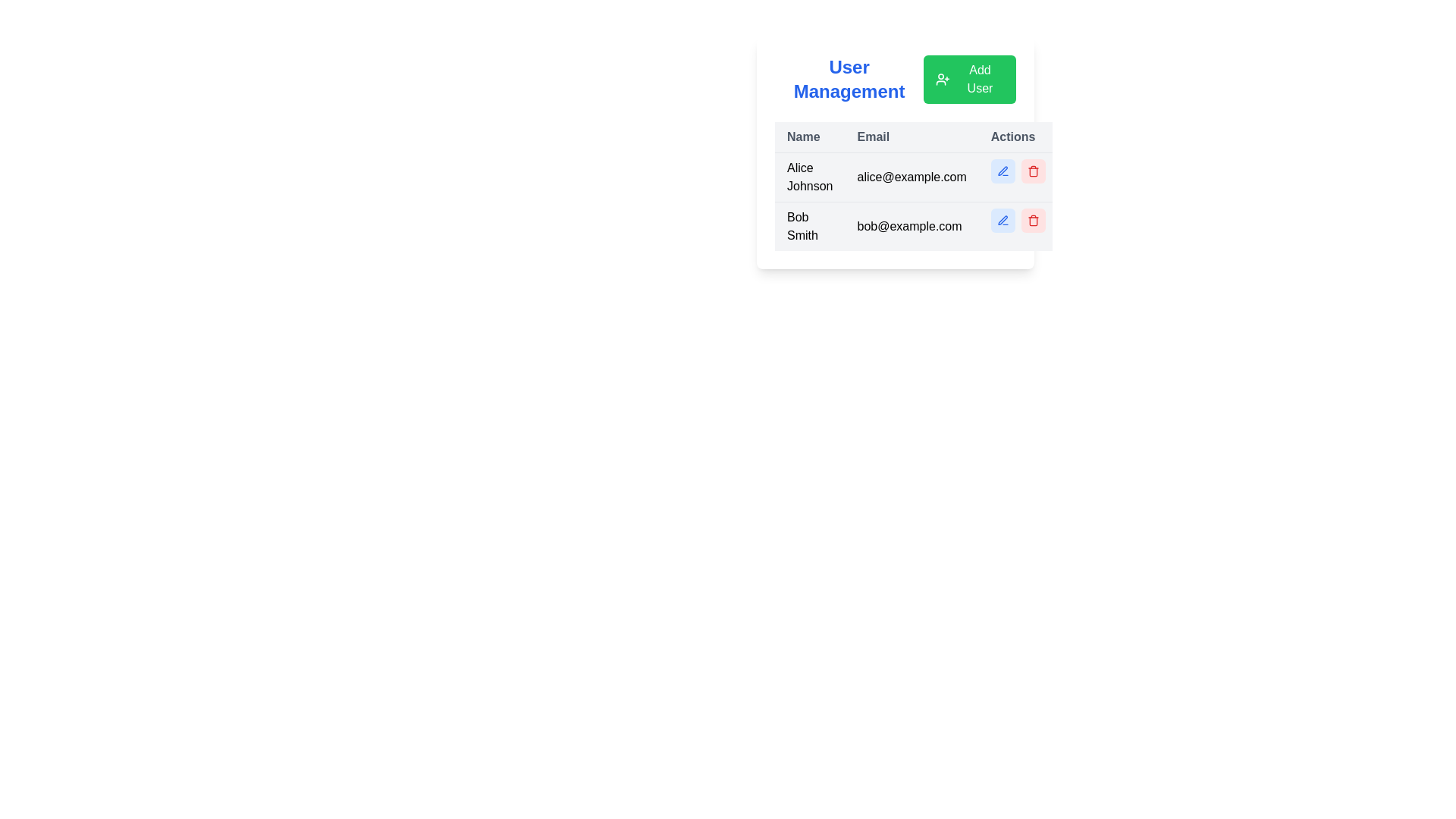 Image resolution: width=1456 pixels, height=819 pixels. I want to click on the delete button with a trash icon, so click(1032, 220).